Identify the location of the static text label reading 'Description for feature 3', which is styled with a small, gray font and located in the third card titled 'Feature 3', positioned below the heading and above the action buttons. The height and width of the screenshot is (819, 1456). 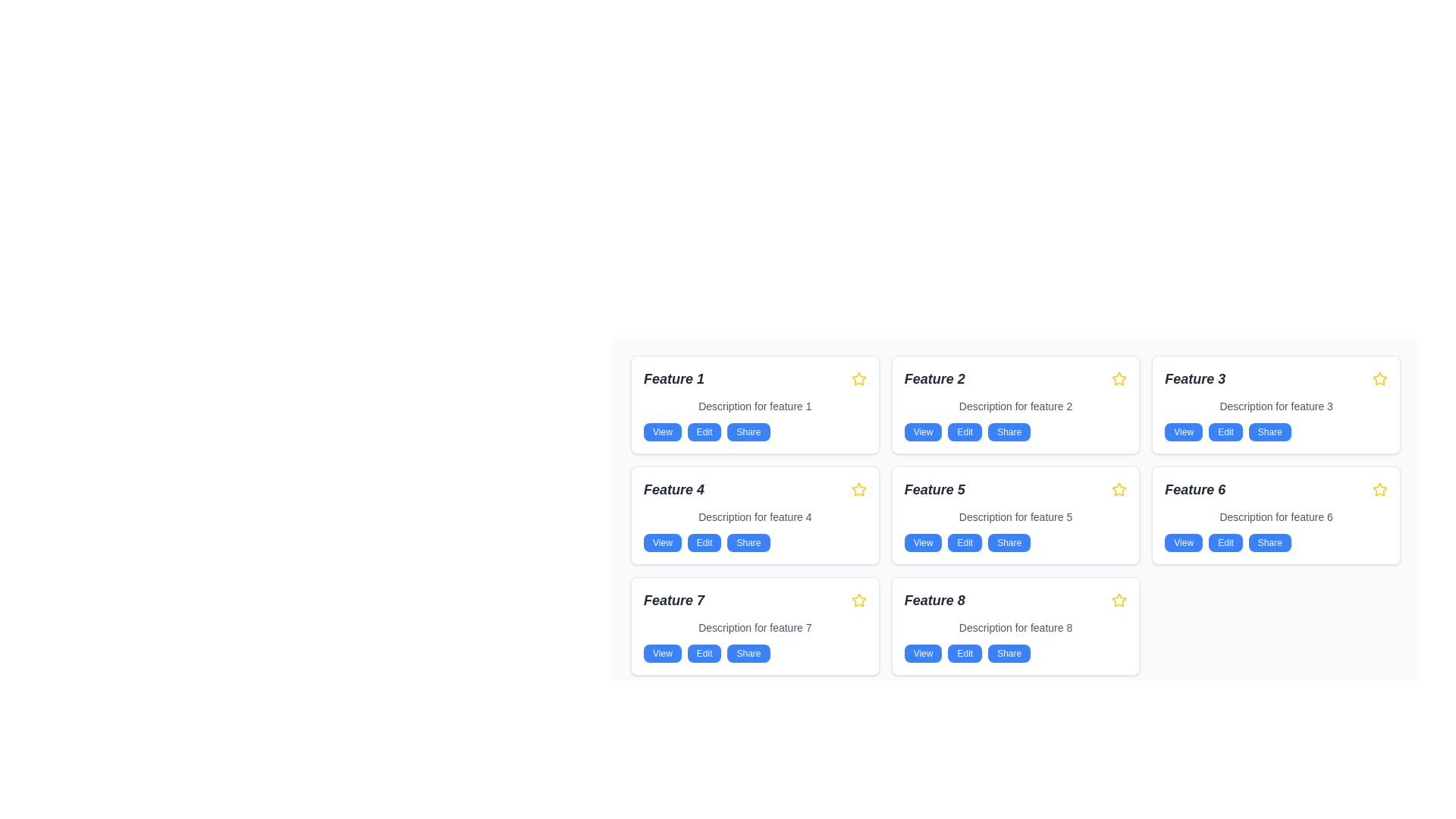
(1276, 406).